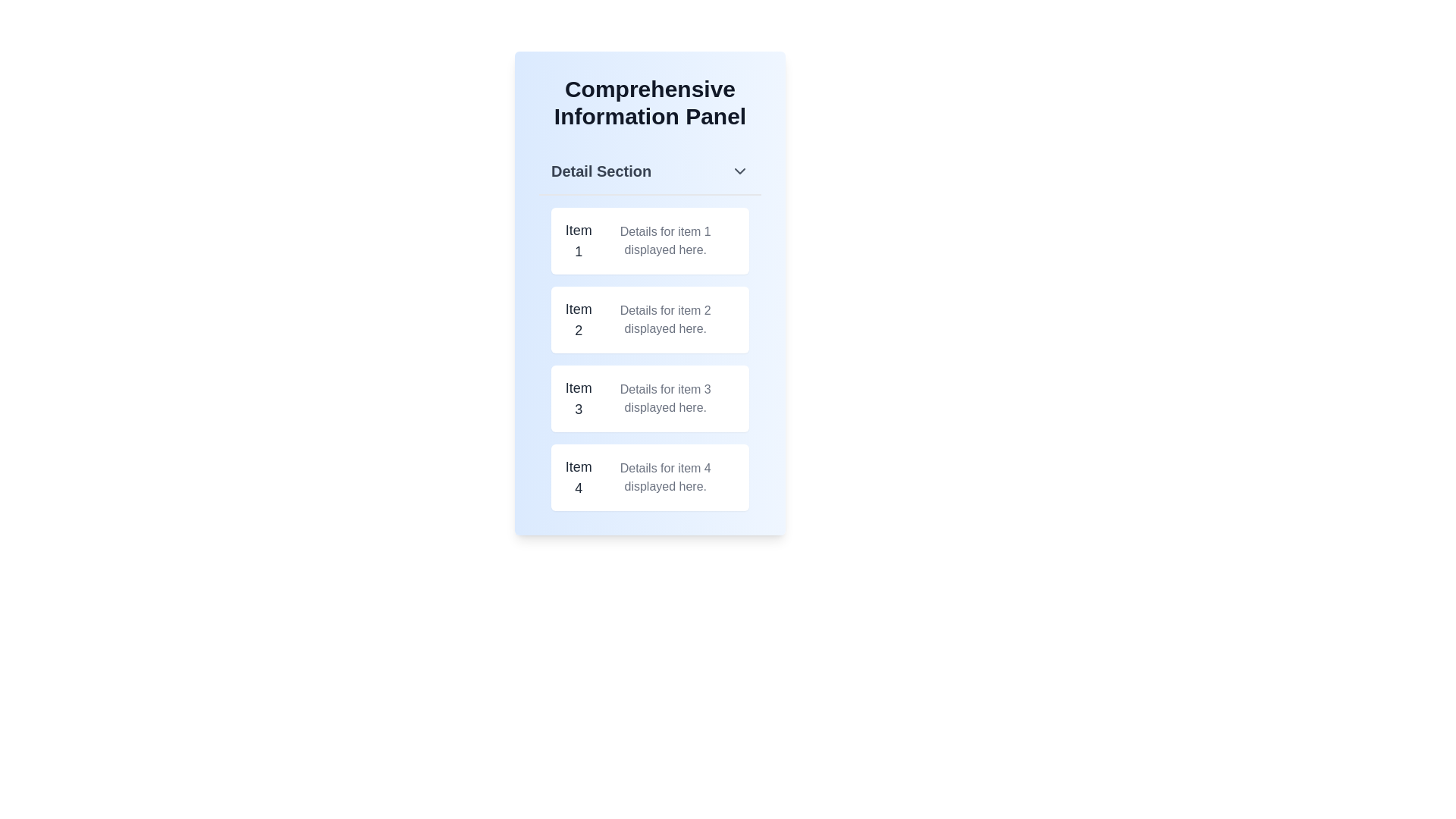 This screenshot has height=819, width=1456. Describe the element at coordinates (650, 329) in the screenshot. I see `a specific card in the List of Cards located below the 'Detail Section' header inside the 'Comprehensive Information Panel' to interact with it or expand its details` at that location.